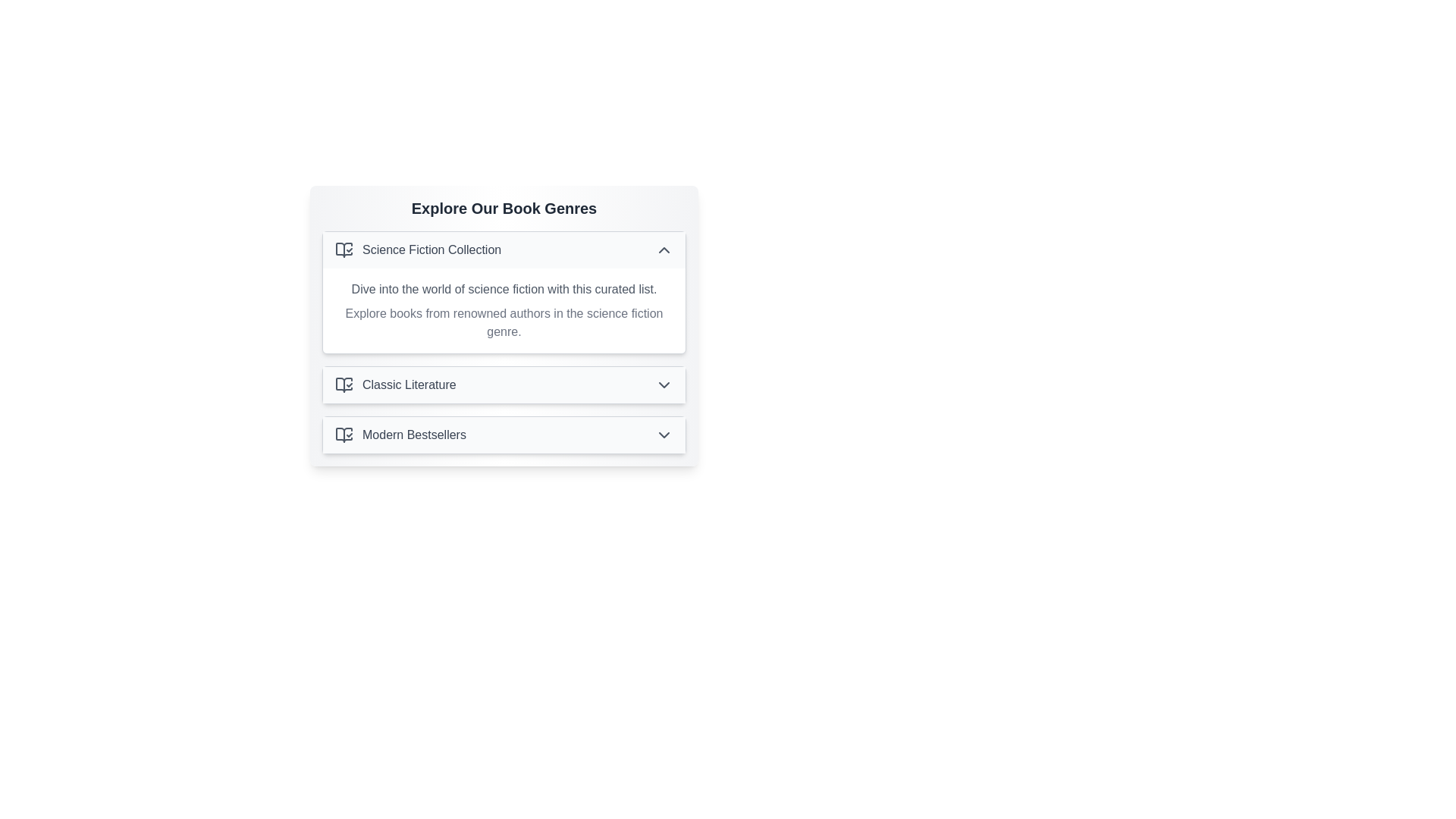 The image size is (1456, 819). What do you see at coordinates (504, 322) in the screenshot?
I see `the static text element displaying 'Explore books from renowned authors in the science fiction genre.' located below the text 'Dive into the world of science fiction with this curated list.'` at bounding box center [504, 322].